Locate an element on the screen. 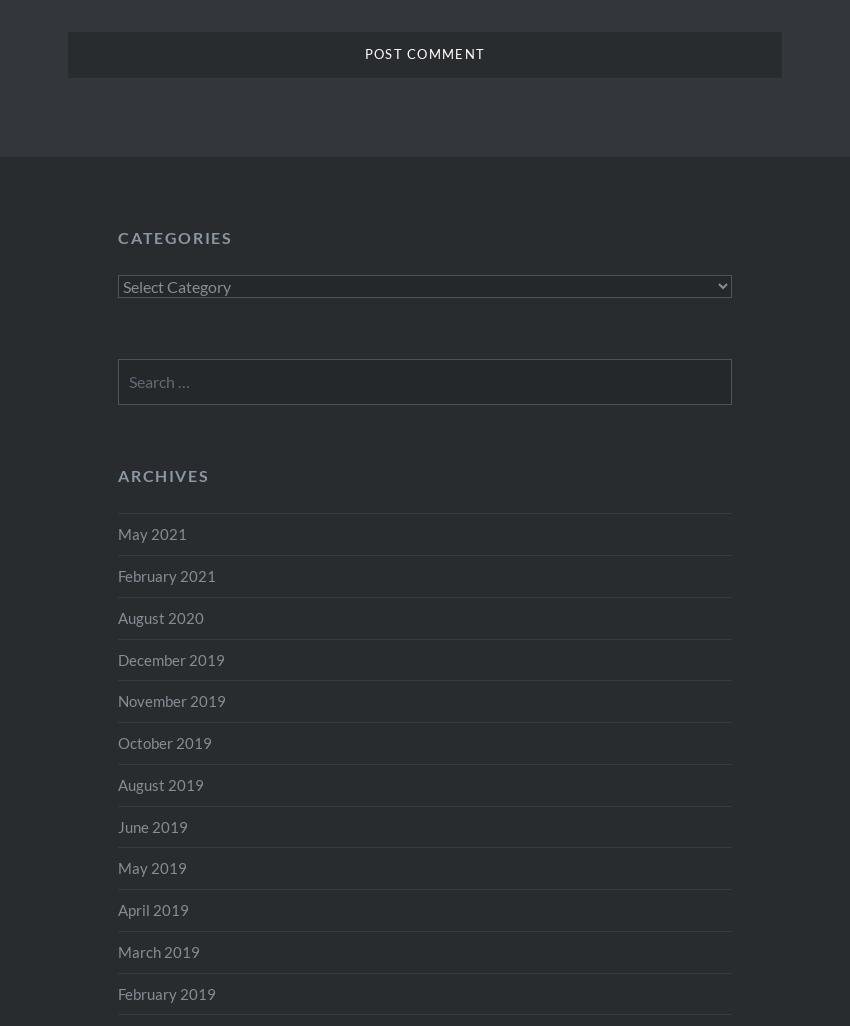 This screenshot has width=850, height=1026. 'March 2019' is located at coordinates (159, 950).